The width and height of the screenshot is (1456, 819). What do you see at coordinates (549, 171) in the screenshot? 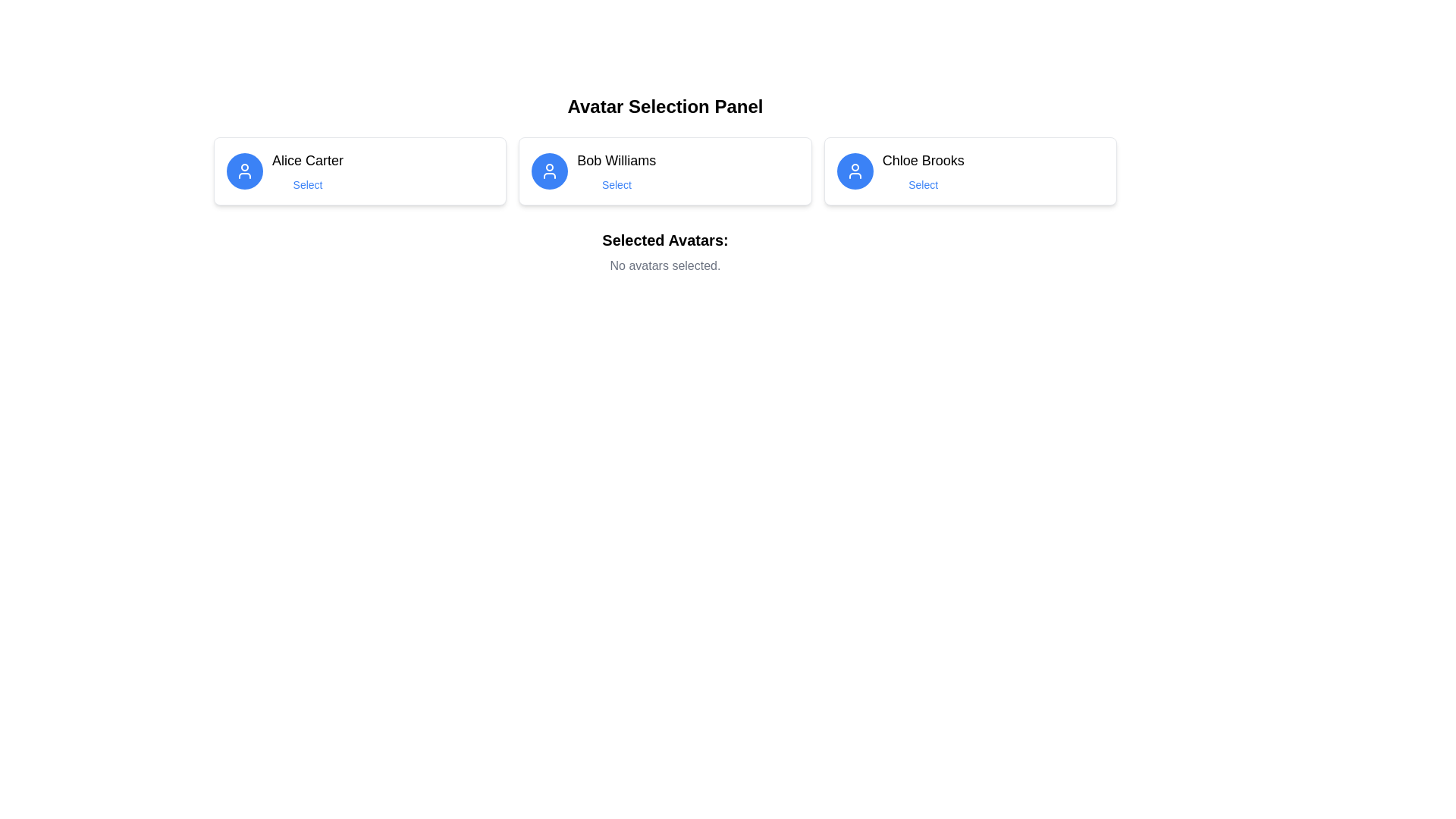
I see `the avatar selection button for 'Bob Williams', which is the second button from the left in the middle group of three avatar options` at bounding box center [549, 171].